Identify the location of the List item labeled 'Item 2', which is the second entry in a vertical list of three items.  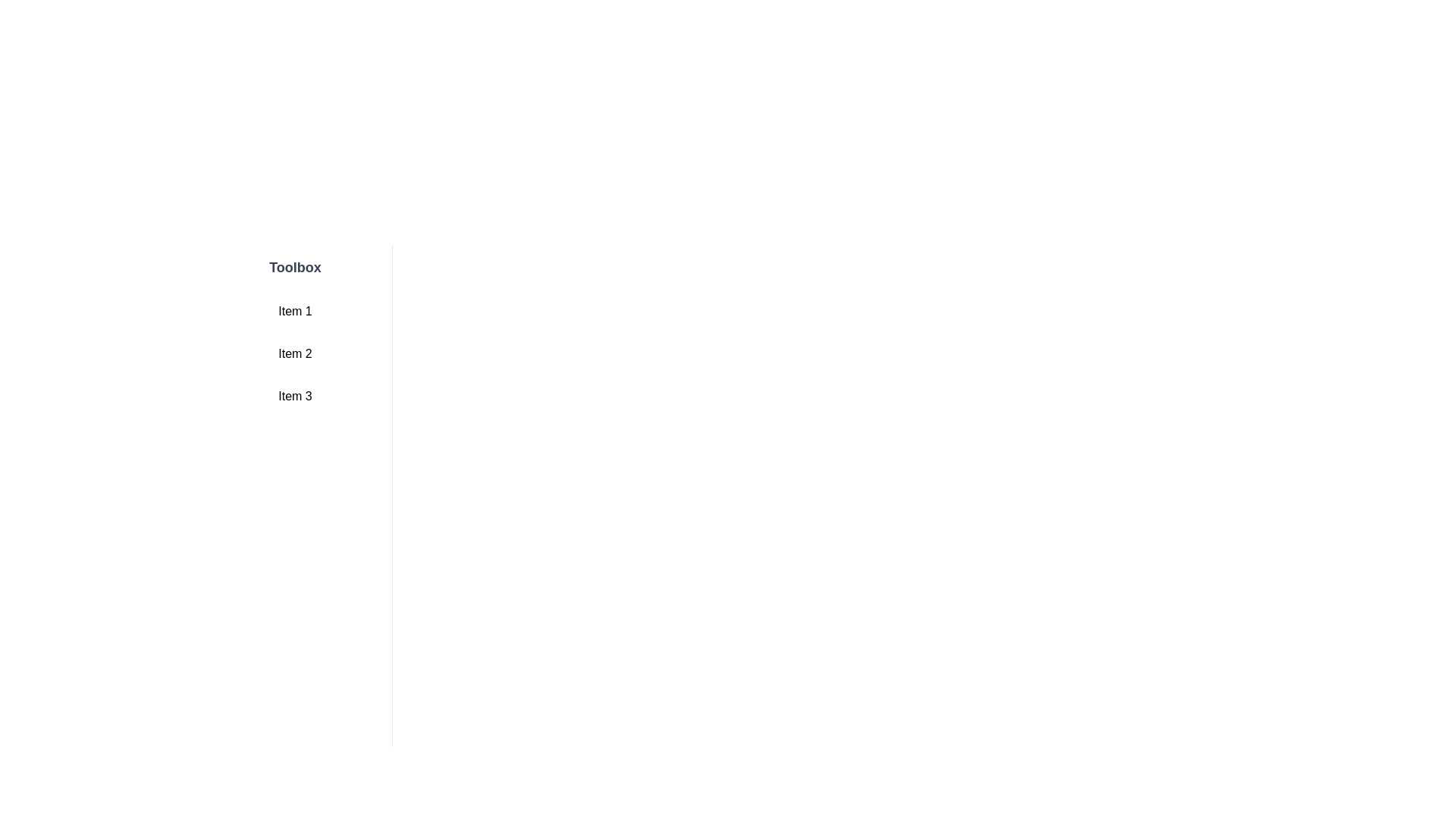
(295, 353).